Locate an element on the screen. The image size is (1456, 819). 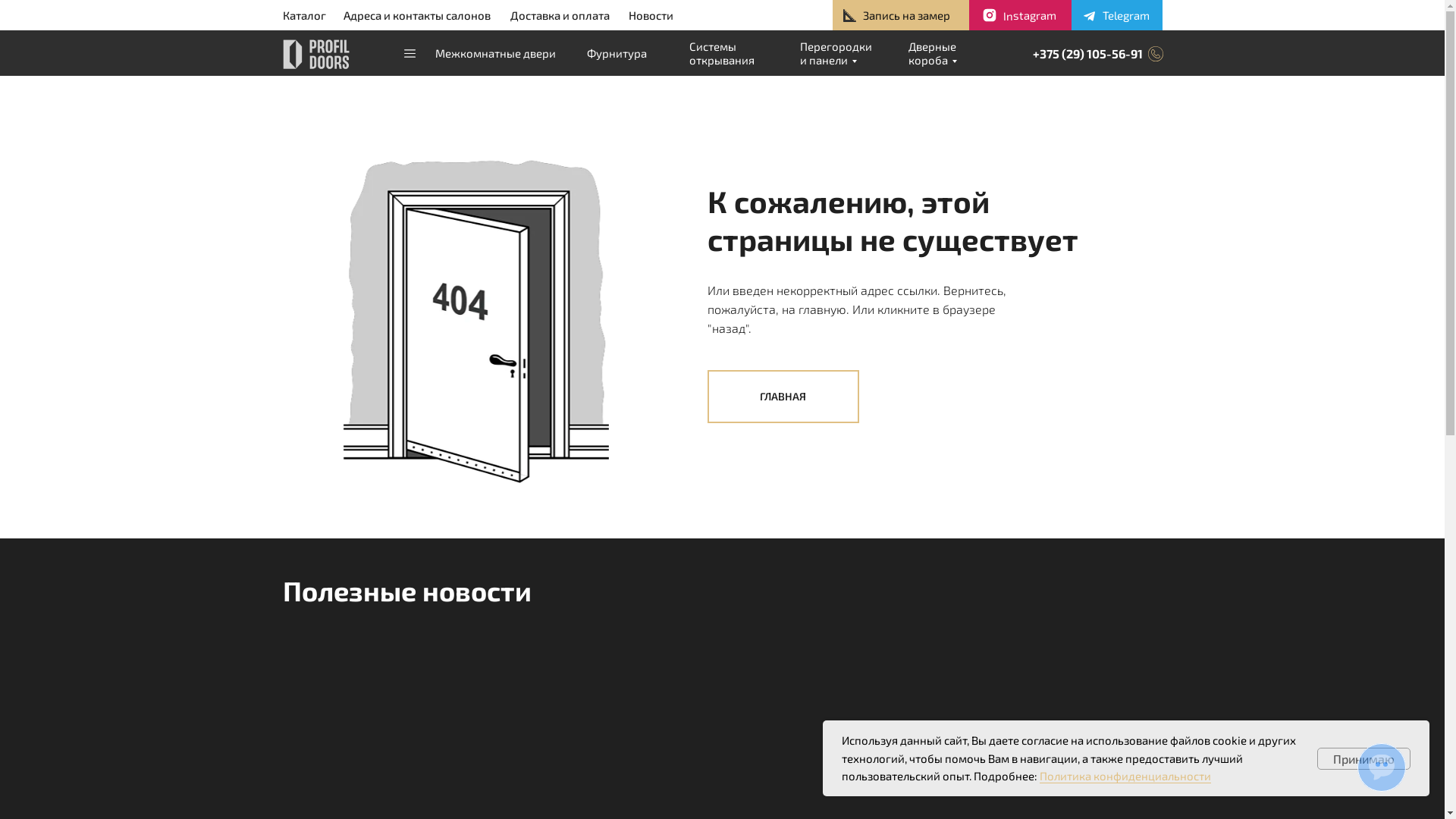
'+375 (29) 105-56-91' is located at coordinates (1087, 52).